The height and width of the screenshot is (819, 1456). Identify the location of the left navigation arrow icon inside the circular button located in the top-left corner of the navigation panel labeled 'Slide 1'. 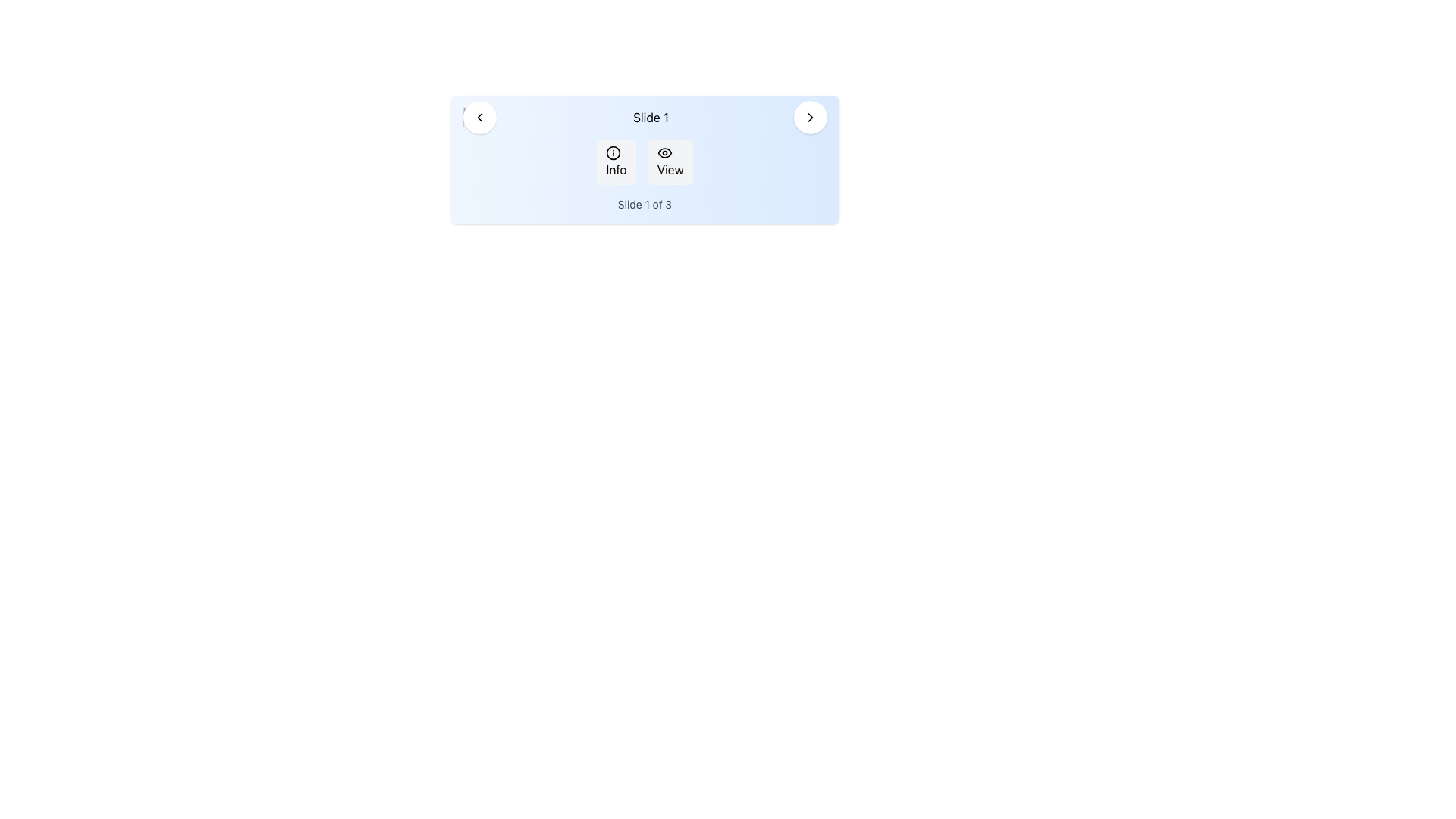
(479, 116).